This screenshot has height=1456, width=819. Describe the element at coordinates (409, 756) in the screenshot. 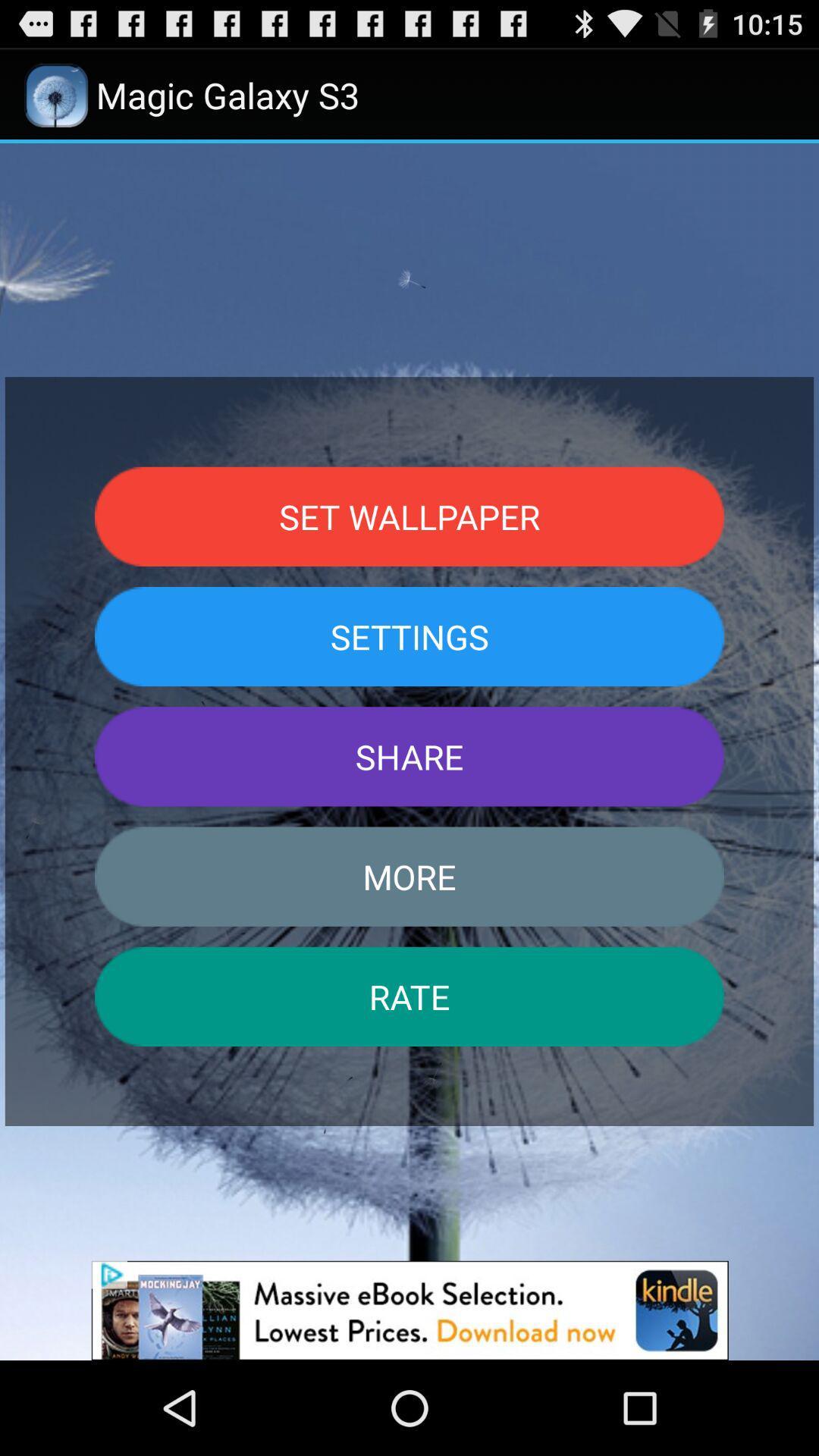

I see `icon below the settings item` at that location.